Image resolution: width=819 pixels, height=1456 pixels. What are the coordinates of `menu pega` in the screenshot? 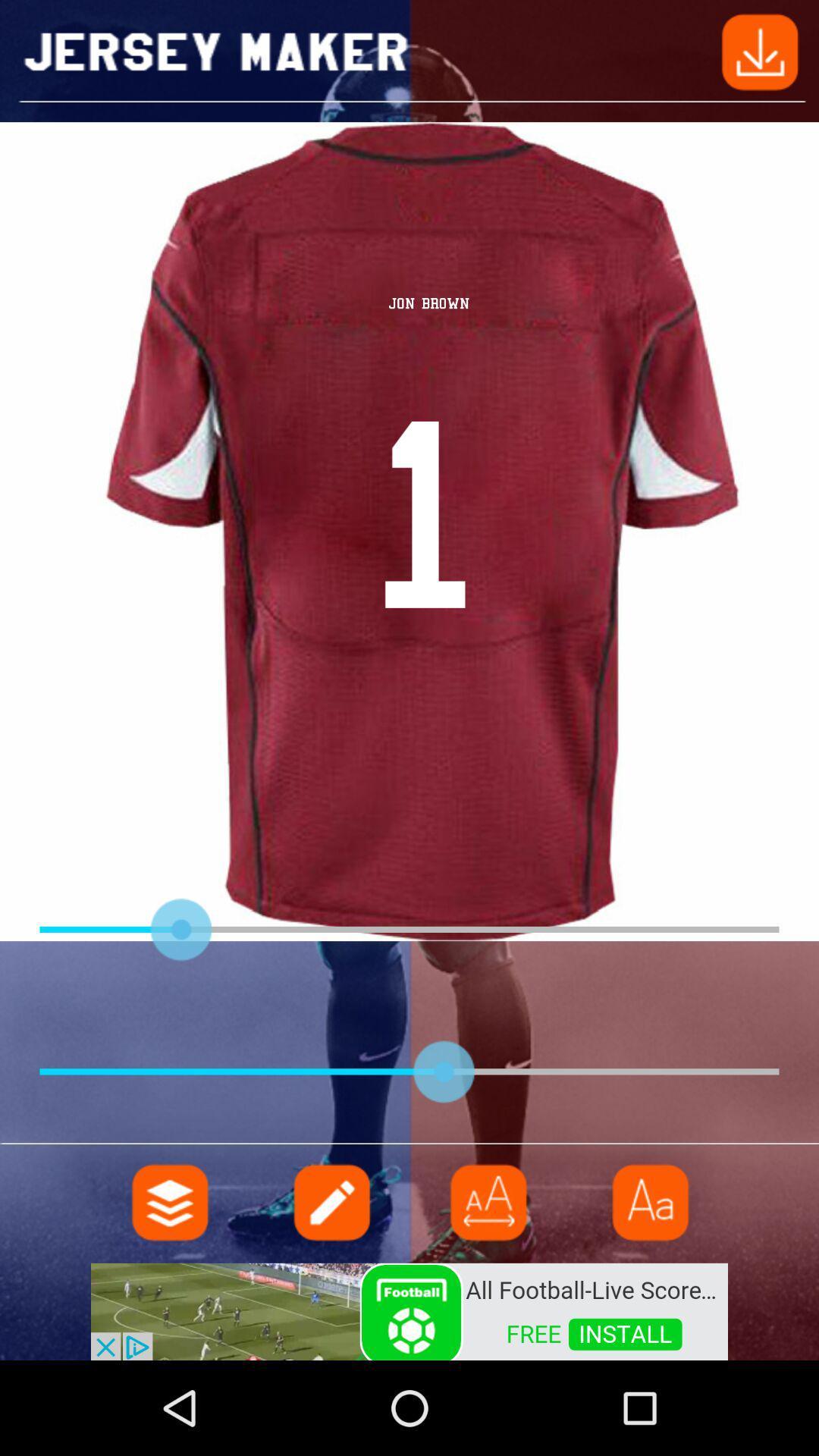 It's located at (488, 1201).